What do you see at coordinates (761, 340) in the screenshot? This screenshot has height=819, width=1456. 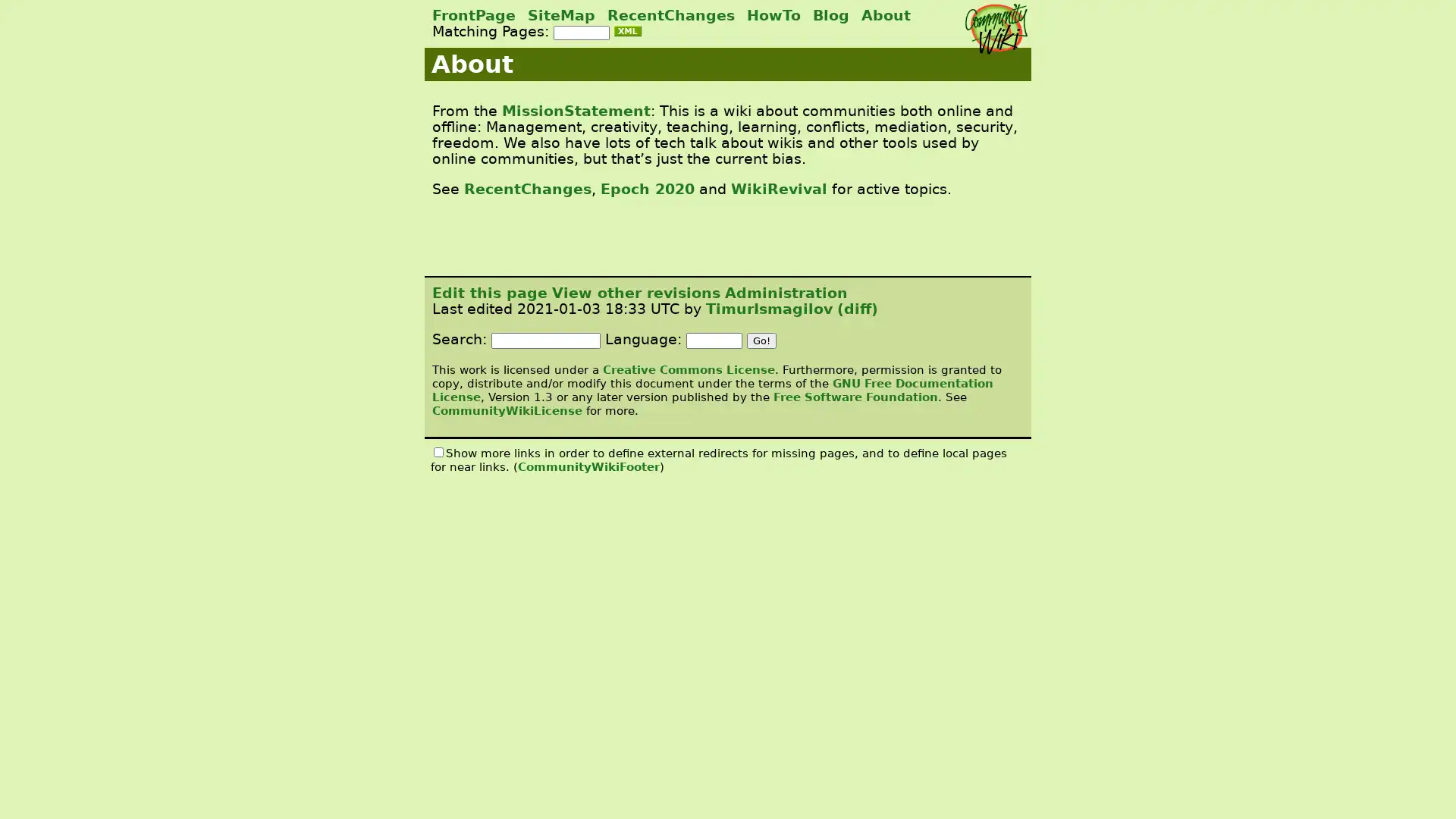 I see `Go!` at bounding box center [761, 340].